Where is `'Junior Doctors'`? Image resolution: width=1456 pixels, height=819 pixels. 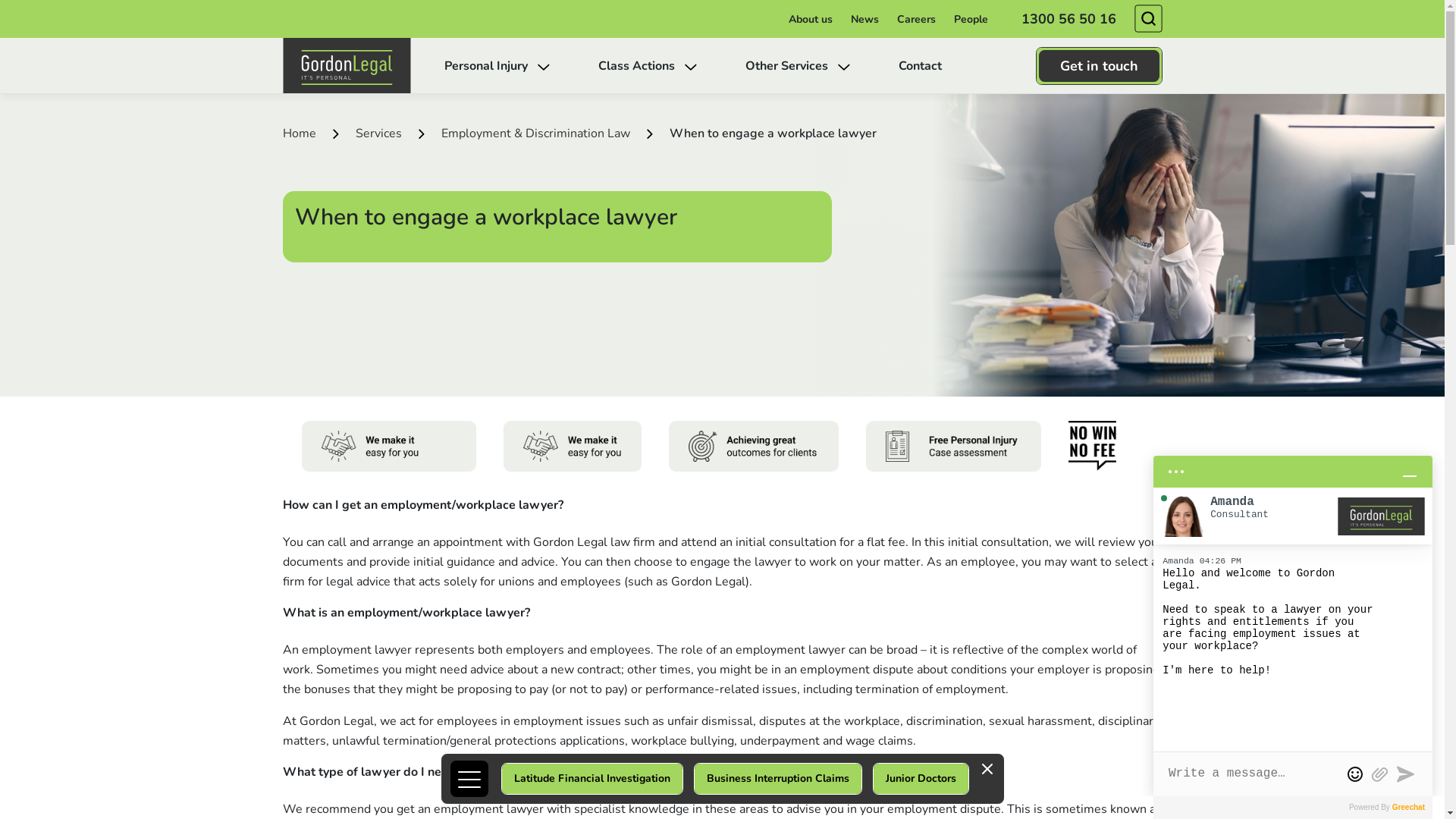
'Junior Doctors' is located at coordinates (920, 778).